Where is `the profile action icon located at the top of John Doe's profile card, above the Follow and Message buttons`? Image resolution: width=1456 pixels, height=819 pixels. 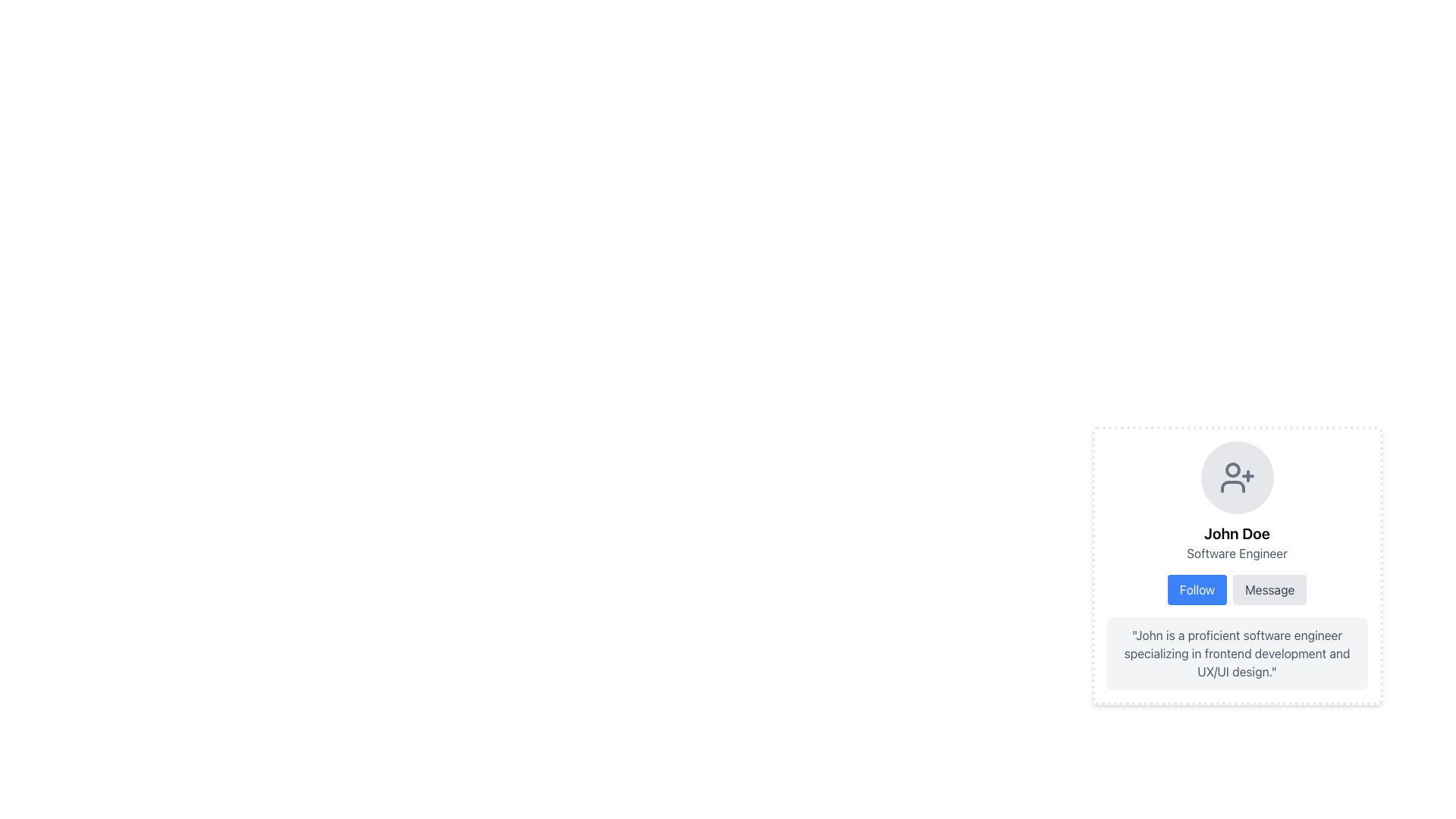 the profile action icon located at the top of John Doe's profile card, above the Follow and Message buttons is located at coordinates (1237, 476).